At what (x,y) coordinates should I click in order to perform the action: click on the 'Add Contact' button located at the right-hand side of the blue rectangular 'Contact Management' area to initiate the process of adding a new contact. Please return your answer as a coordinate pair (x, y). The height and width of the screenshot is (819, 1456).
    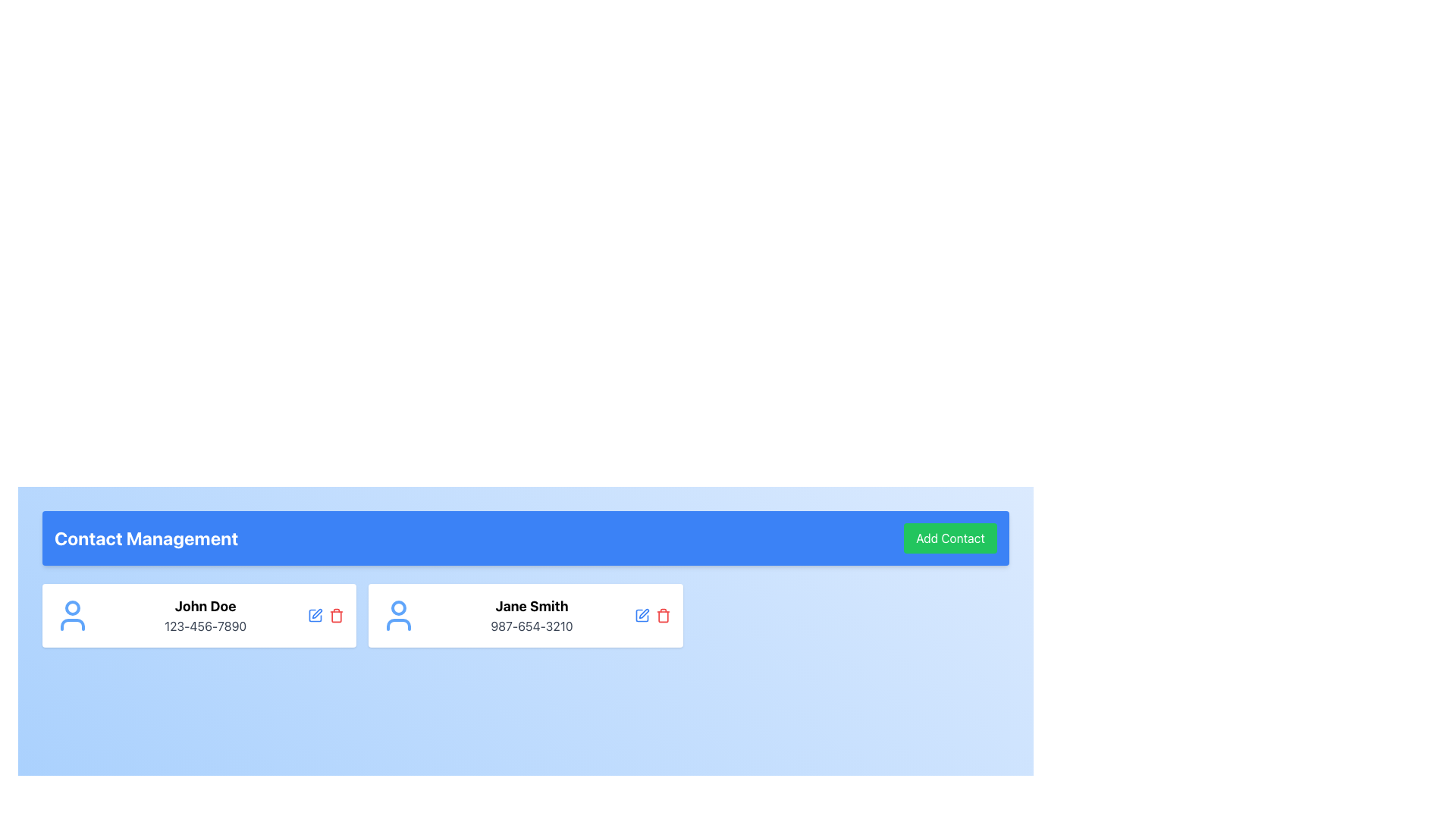
    Looking at the image, I should click on (949, 537).